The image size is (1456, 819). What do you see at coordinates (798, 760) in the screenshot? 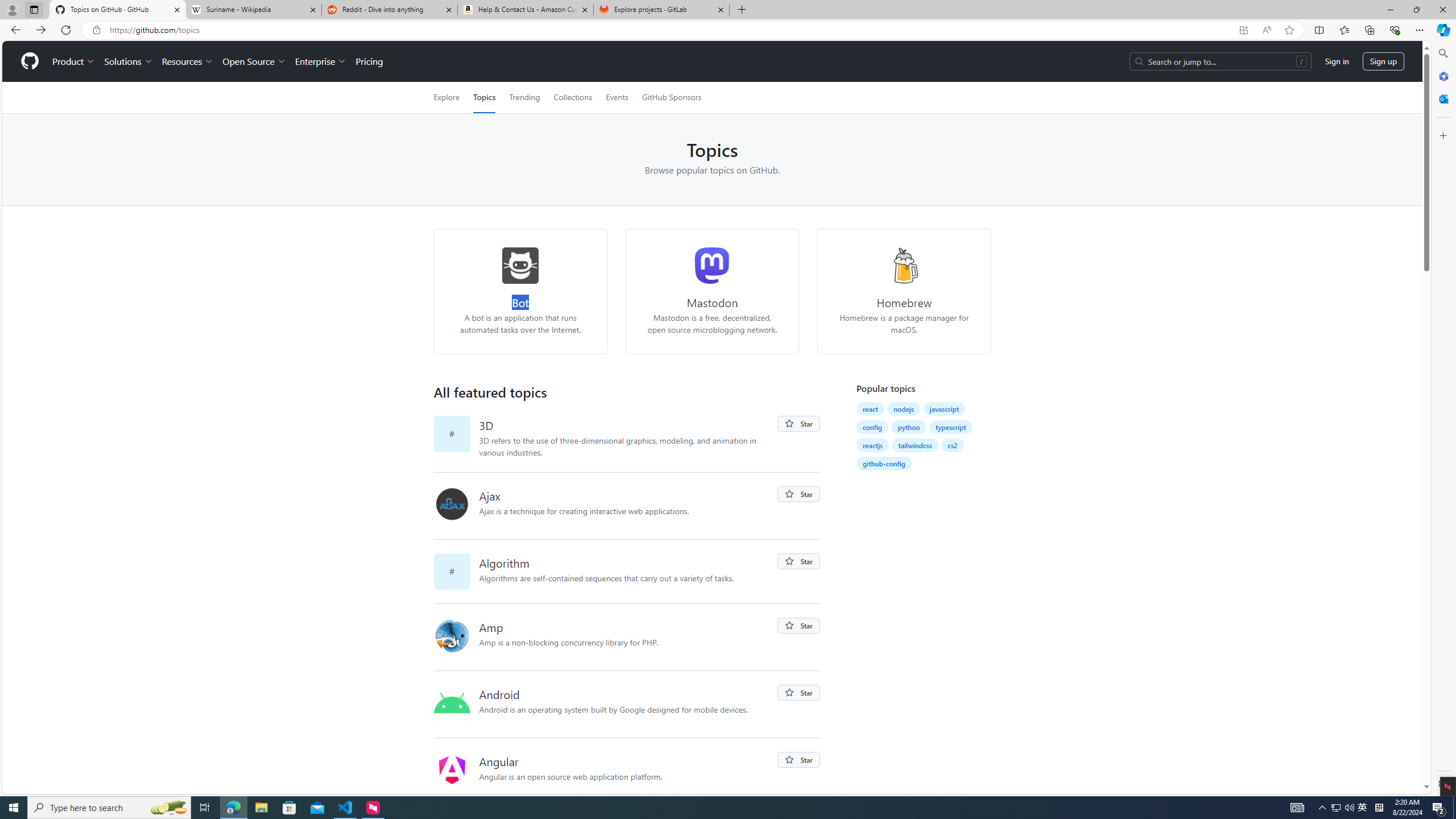
I see `'You must be signed in to star a repository'` at bounding box center [798, 760].